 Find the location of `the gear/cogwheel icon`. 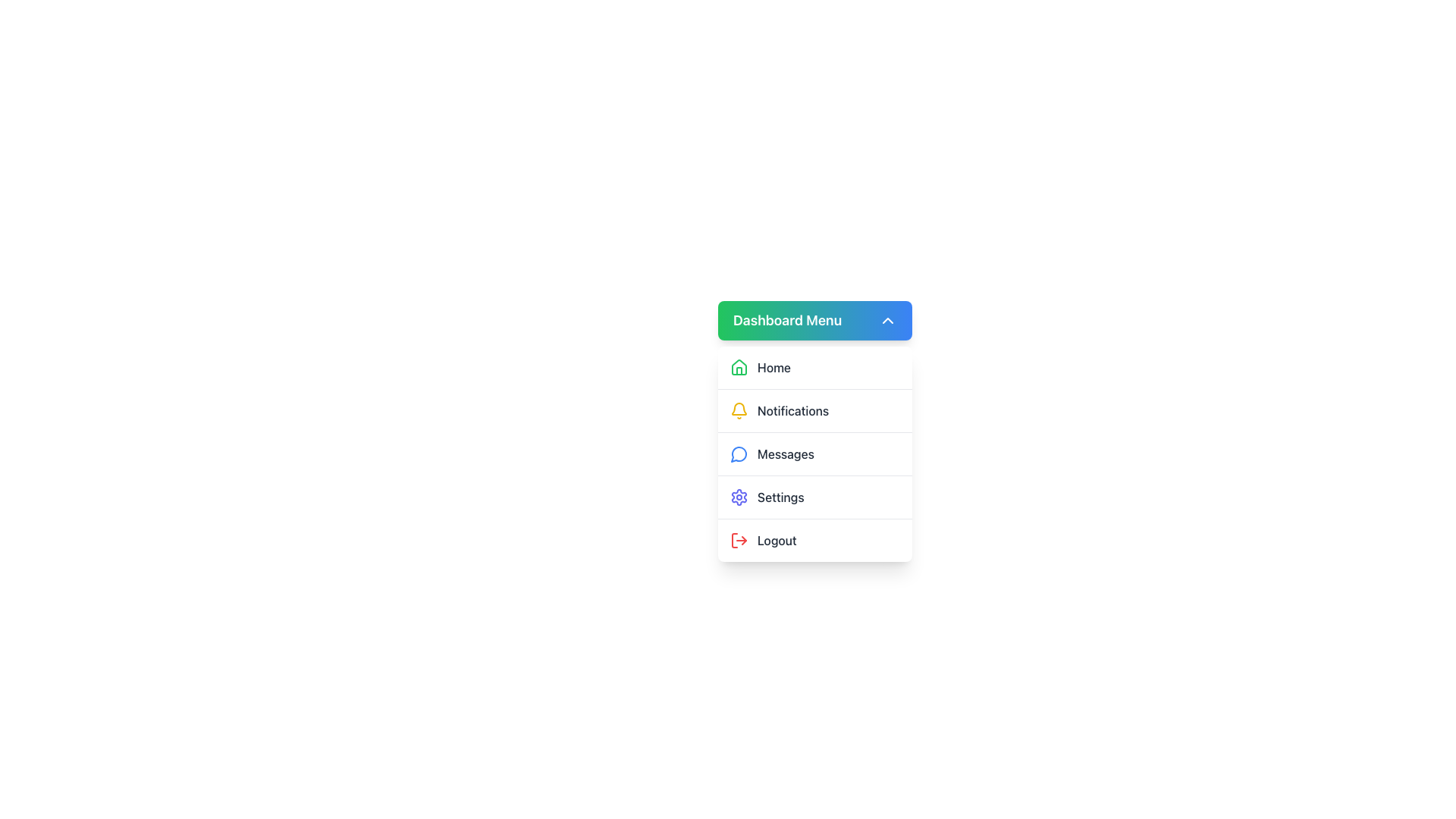

the gear/cogwheel icon is located at coordinates (739, 497).